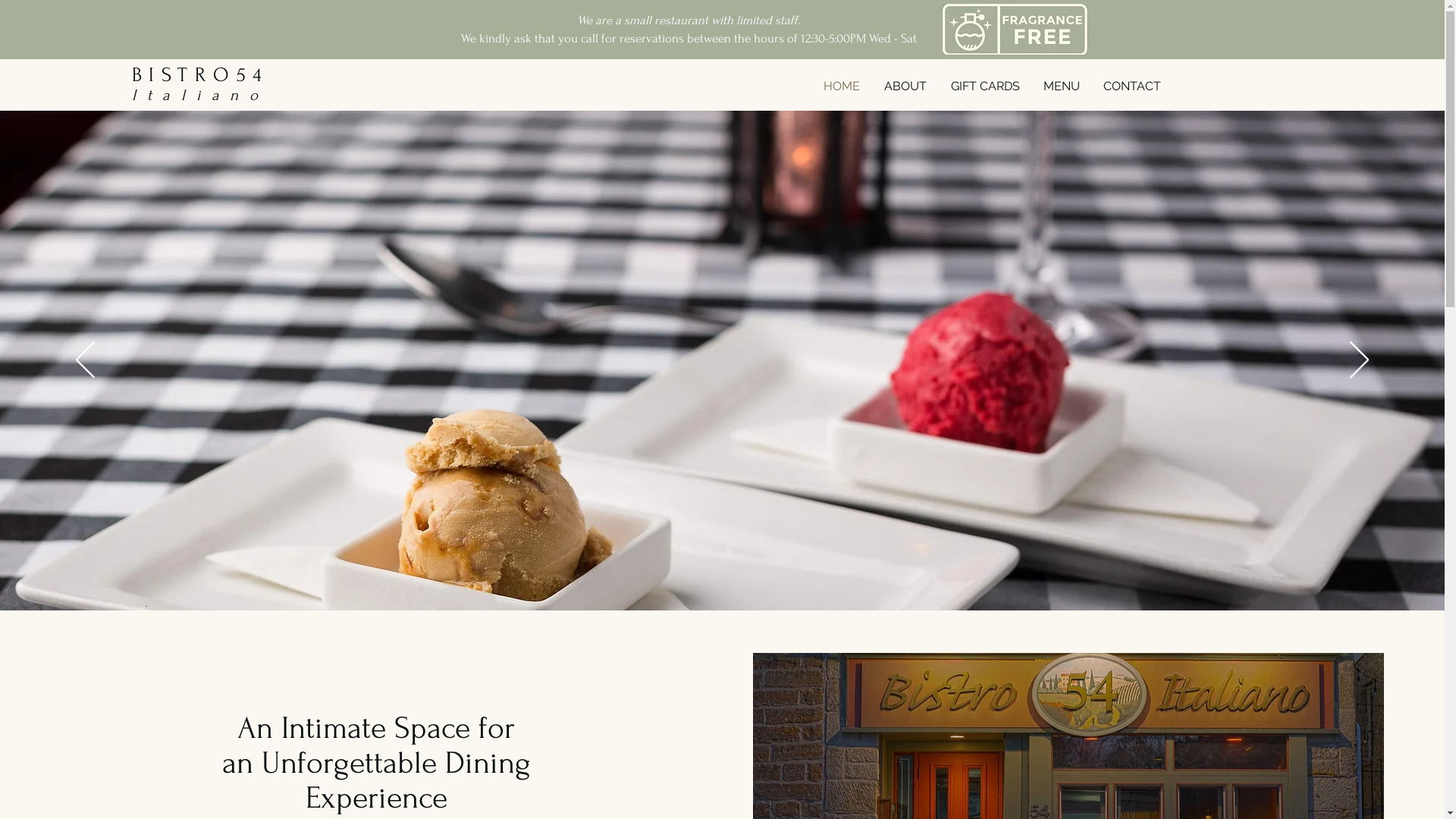 The height and width of the screenshot is (819, 1456). What do you see at coordinates (984, 86) in the screenshot?
I see `'GIFT CARDS'` at bounding box center [984, 86].